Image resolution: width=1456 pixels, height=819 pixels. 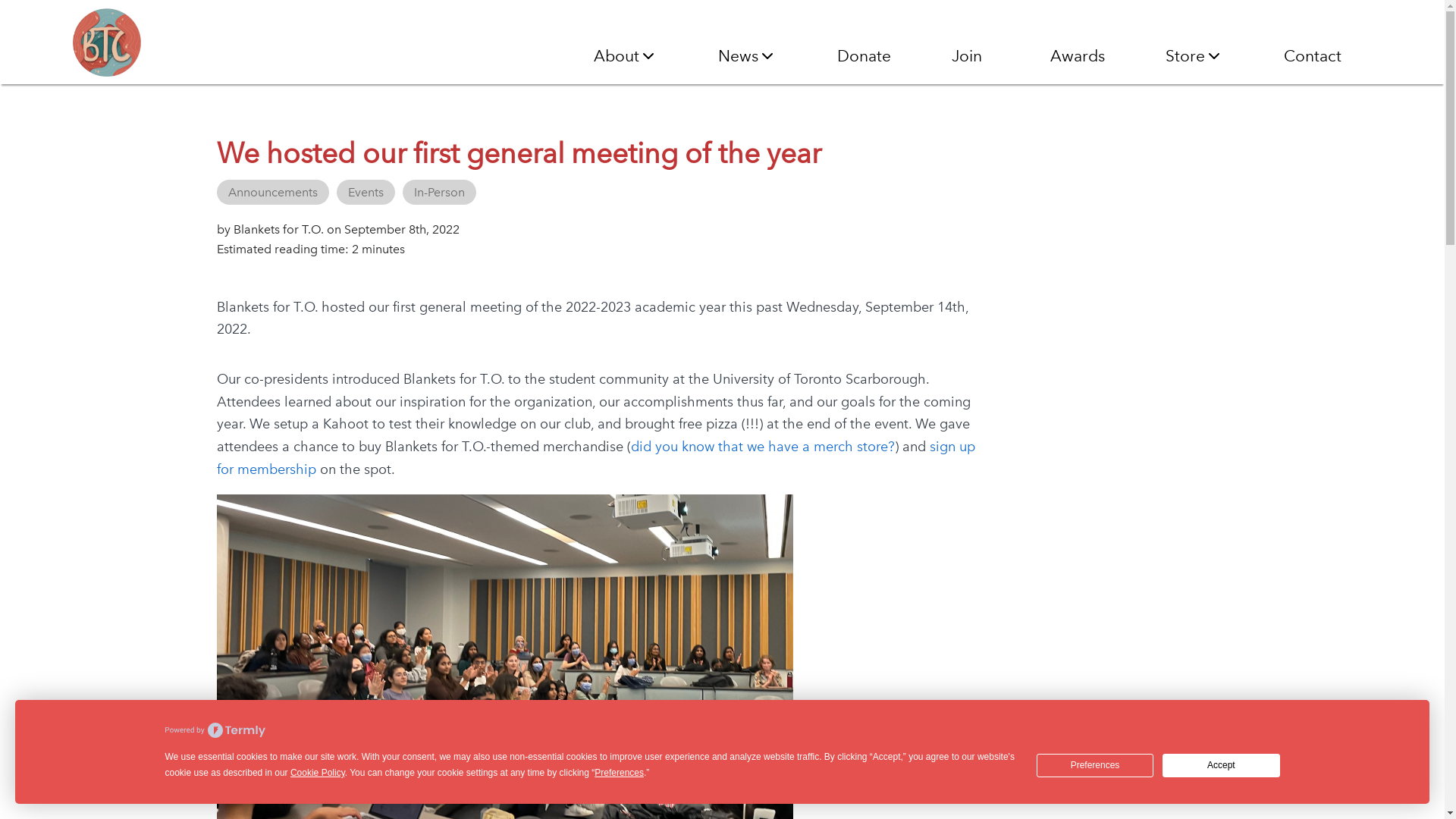 What do you see at coordinates (1193, 55) in the screenshot?
I see `'Store'` at bounding box center [1193, 55].